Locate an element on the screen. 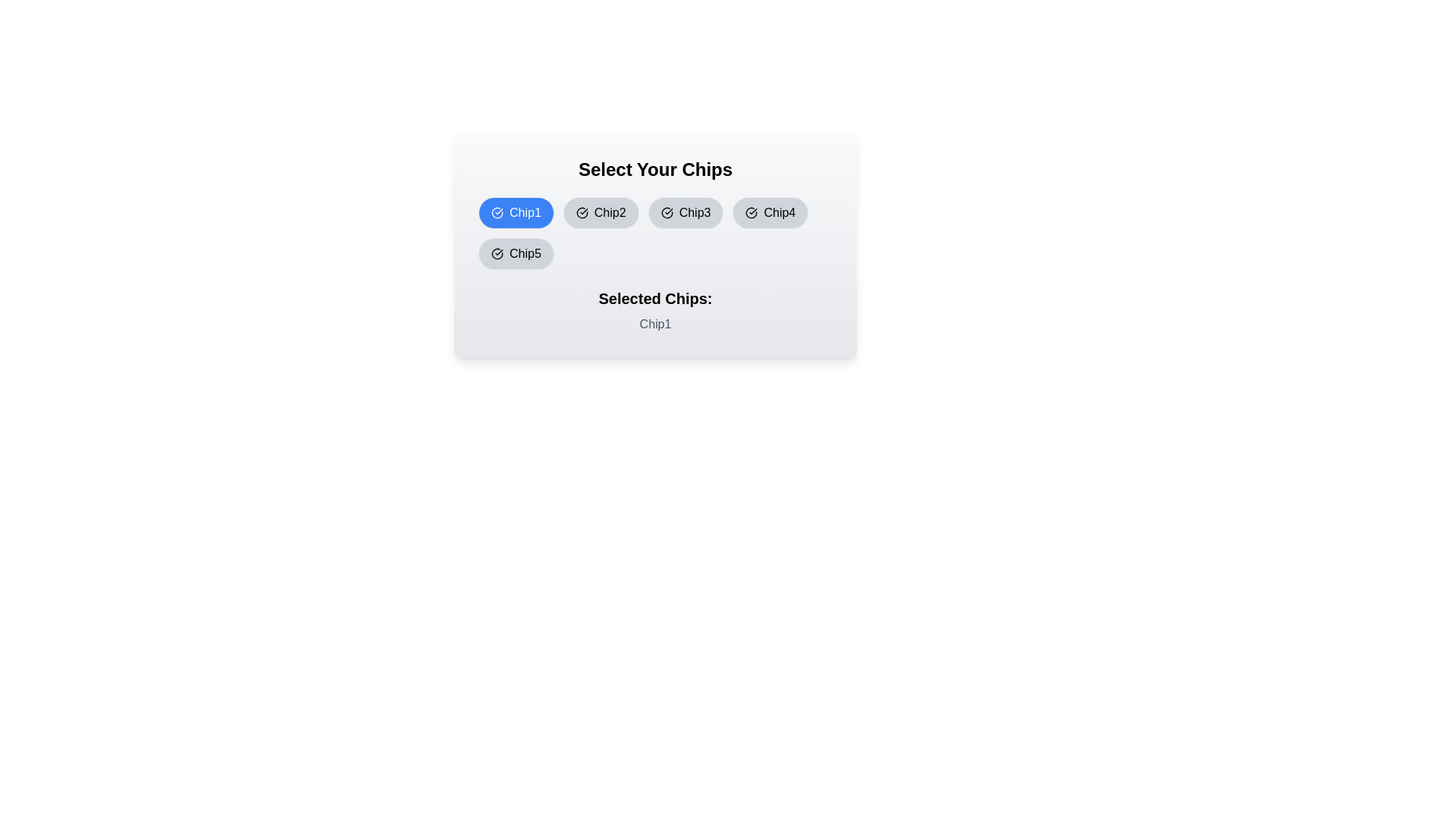 The height and width of the screenshot is (819, 1456). the chip labeled Chip4 is located at coordinates (770, 213).